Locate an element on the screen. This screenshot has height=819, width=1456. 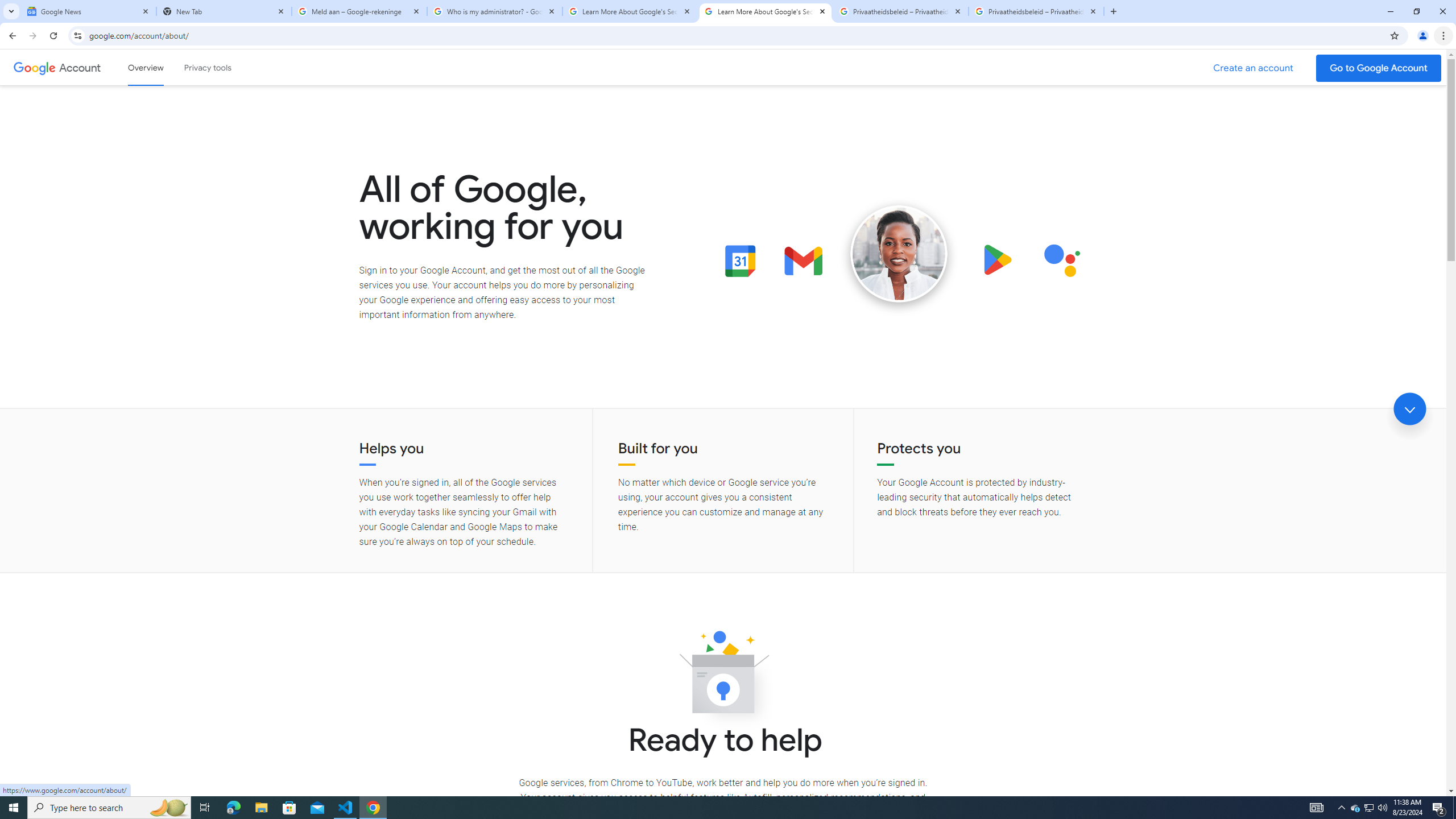
'Google logo' is located at coordinates (34, 67).